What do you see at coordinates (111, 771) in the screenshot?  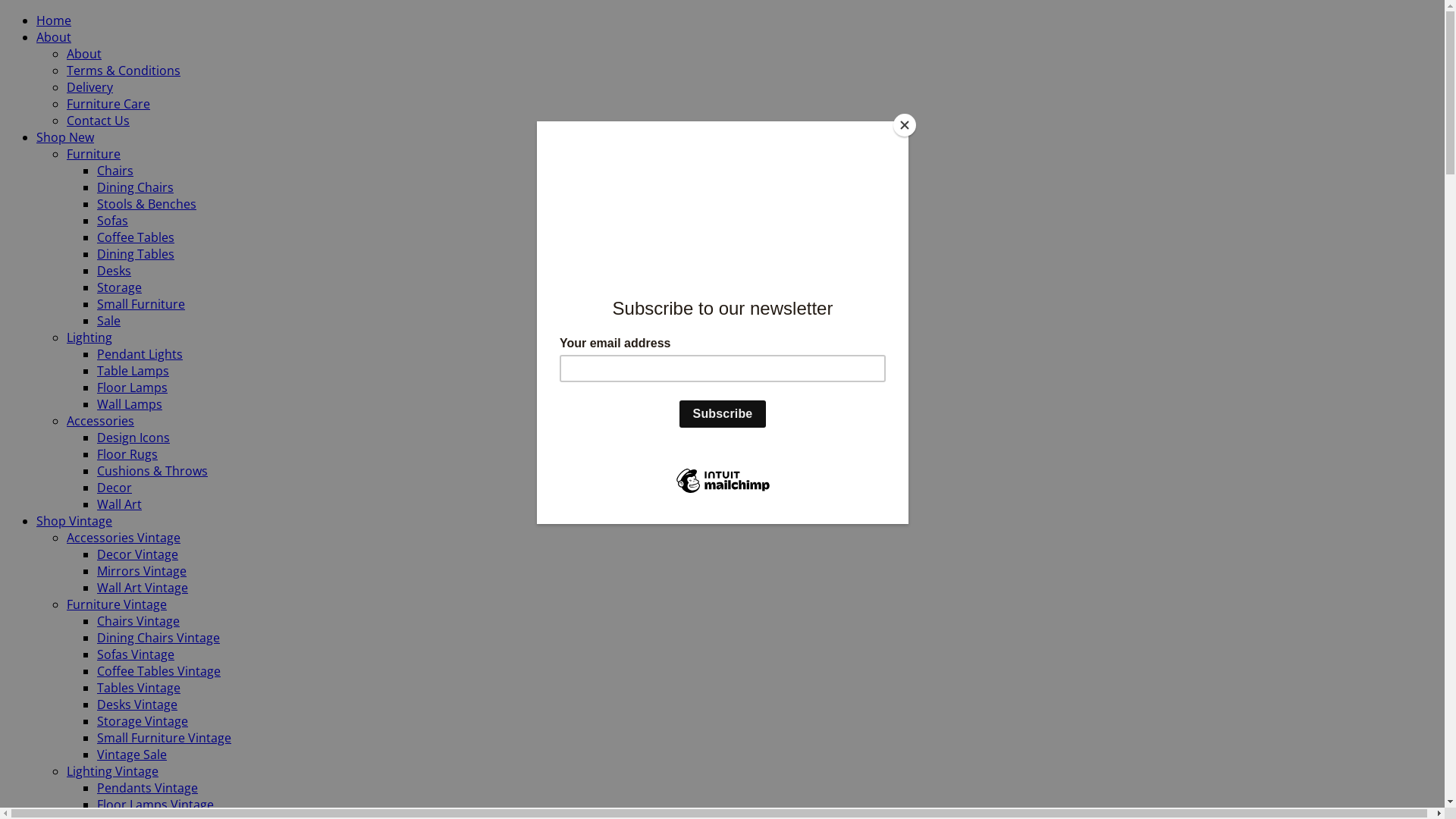 I see `'Lighting Vintage'` at bounding box center [111, 771].